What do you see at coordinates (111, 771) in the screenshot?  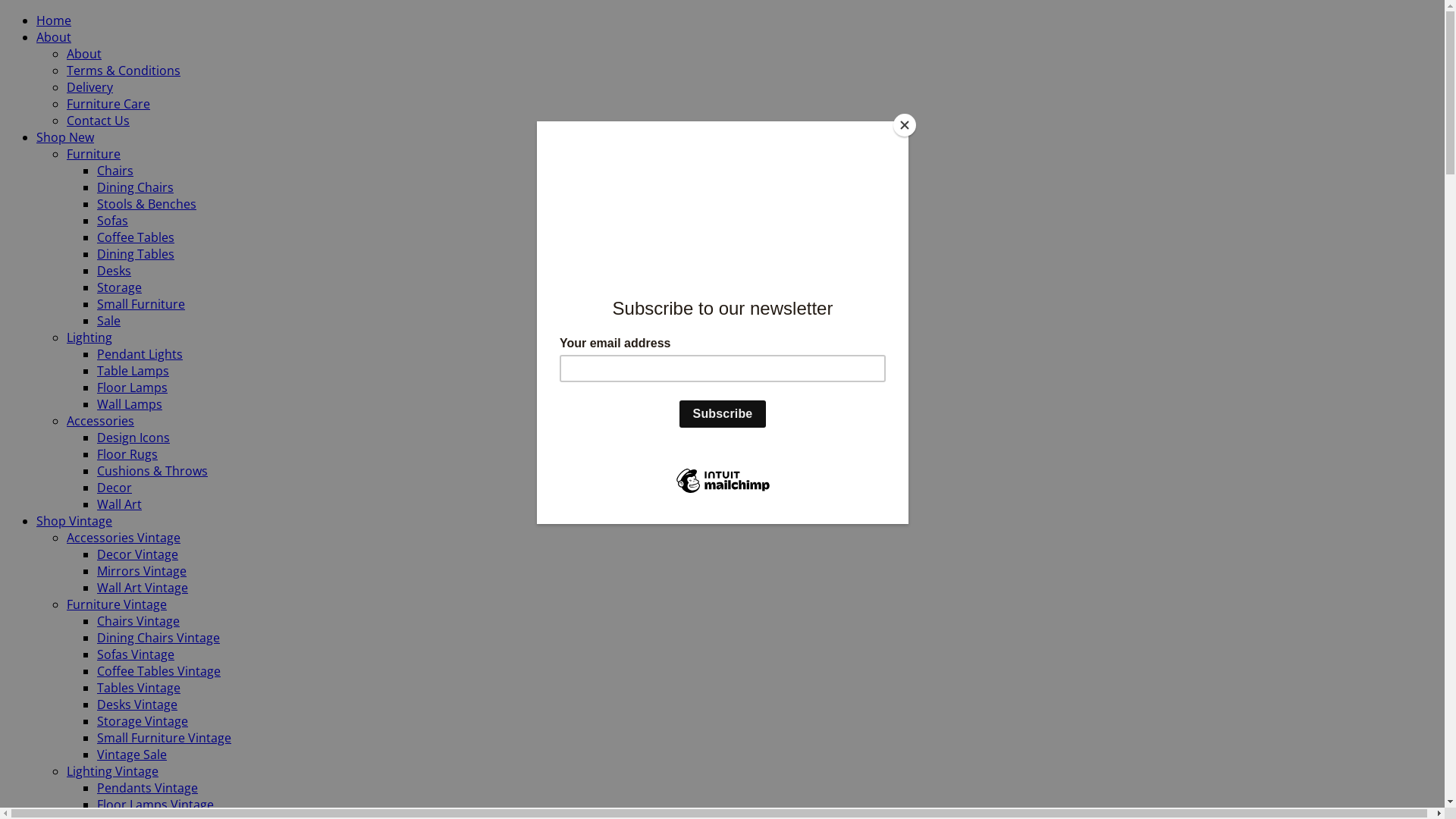 I see `'Lighting Vintage'` at bounding box center [111, 771].